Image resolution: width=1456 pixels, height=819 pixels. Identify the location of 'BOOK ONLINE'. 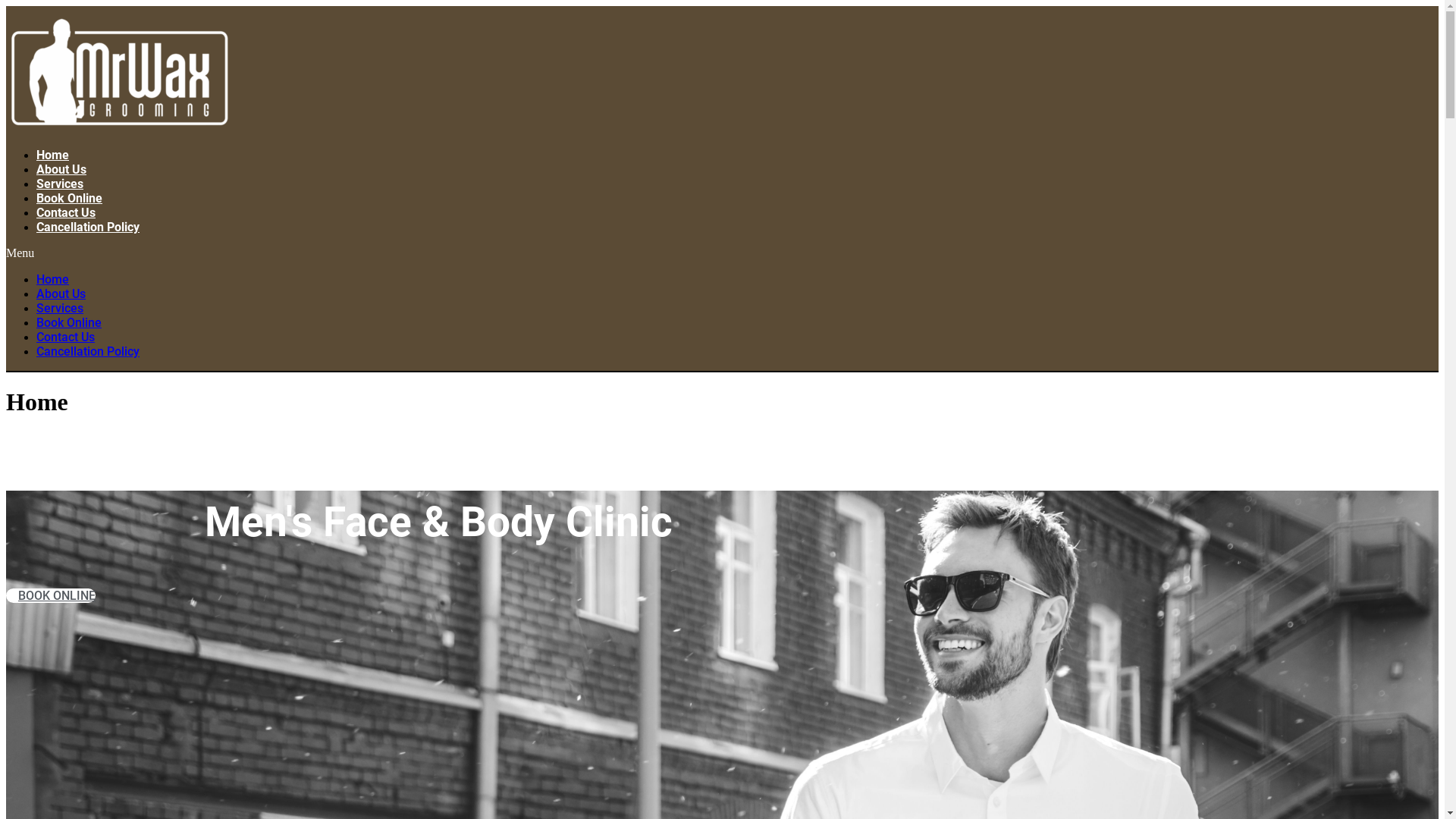
(6, 595).